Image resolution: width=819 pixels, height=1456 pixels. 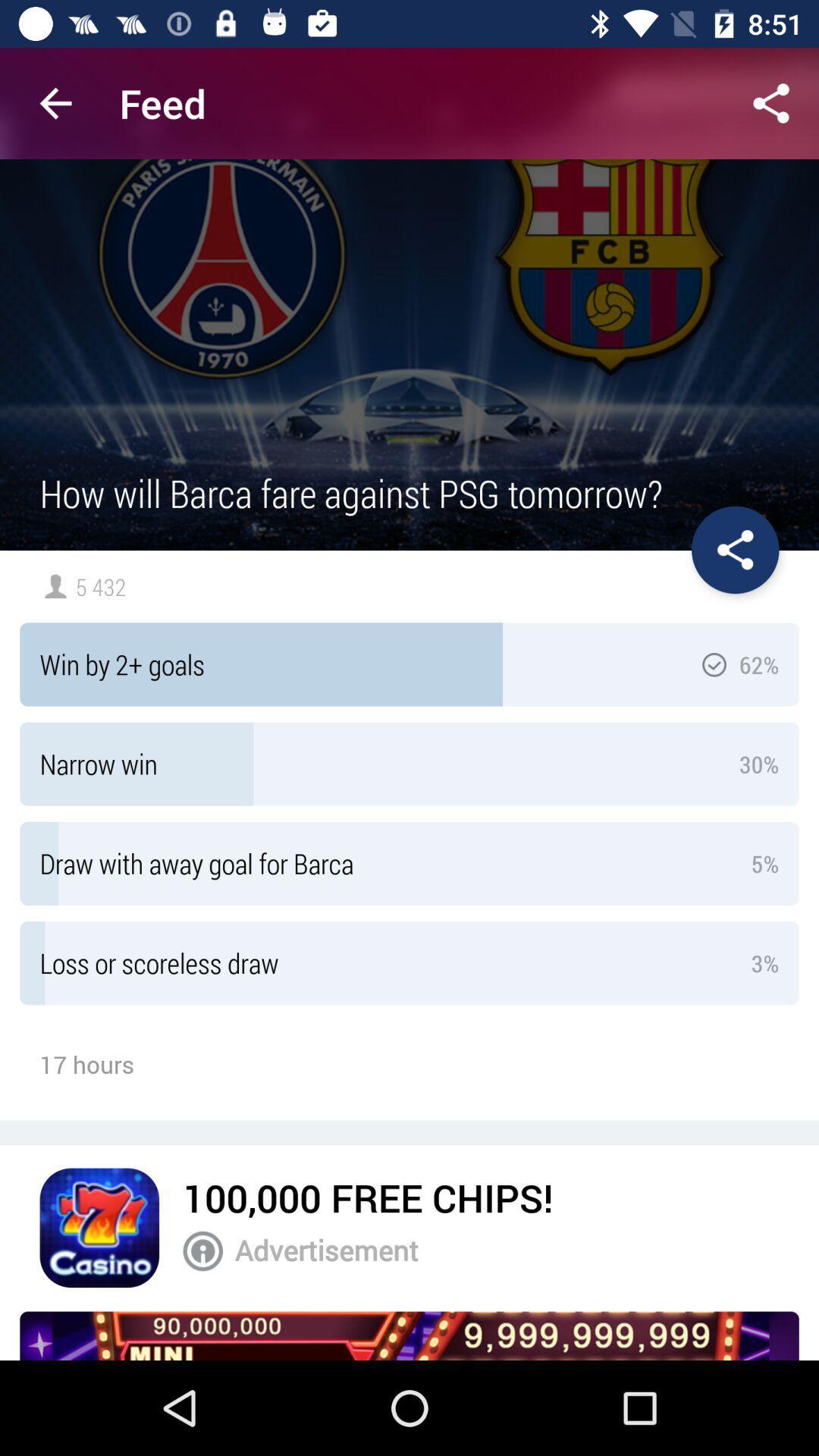 I want to click on the 100 000 free, so click(x=368, y=1197).